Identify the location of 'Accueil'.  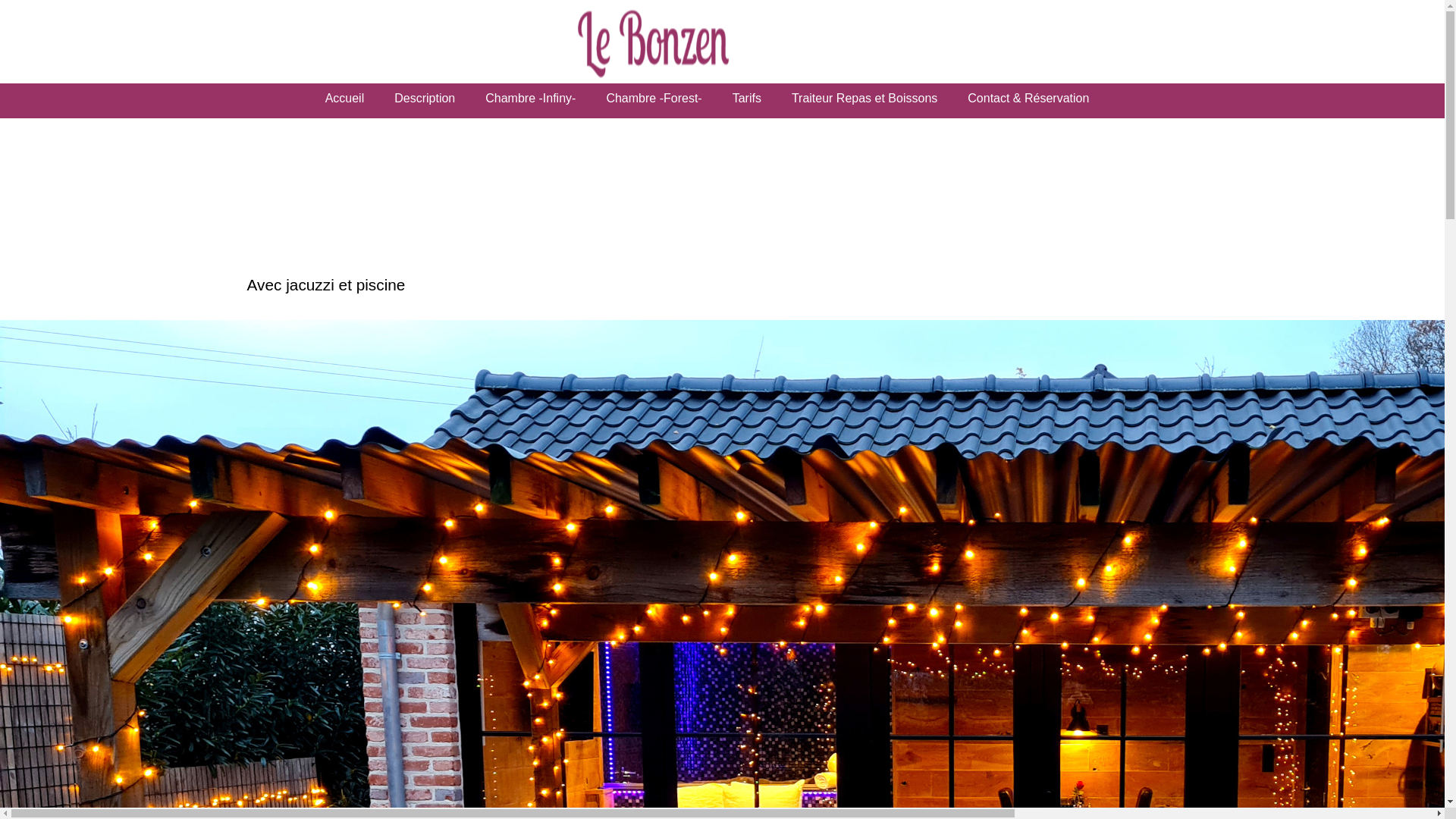
(344, 99).